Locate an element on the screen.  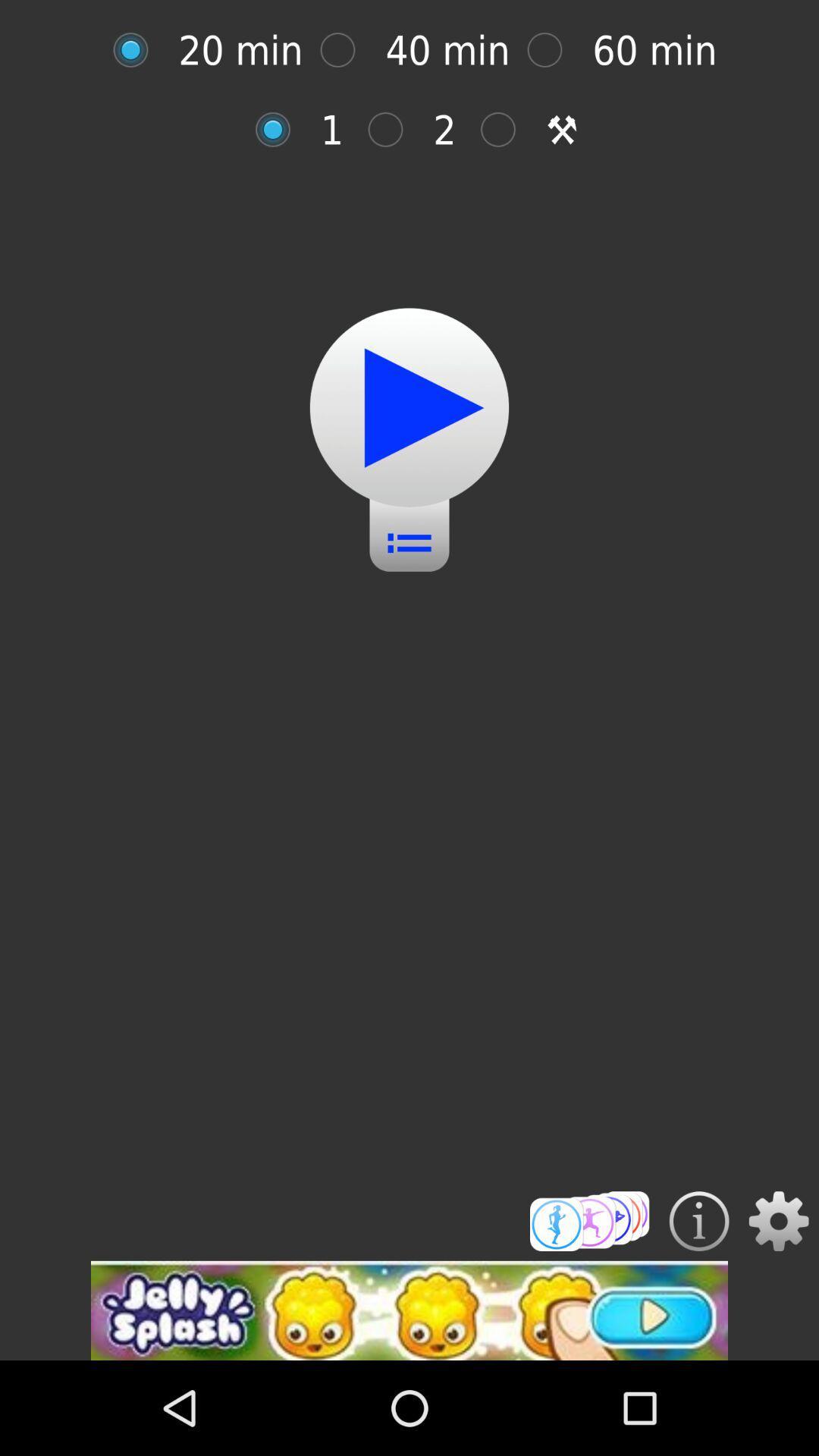
open advertisement for jellysplash is located at coordinates (409, 1310).